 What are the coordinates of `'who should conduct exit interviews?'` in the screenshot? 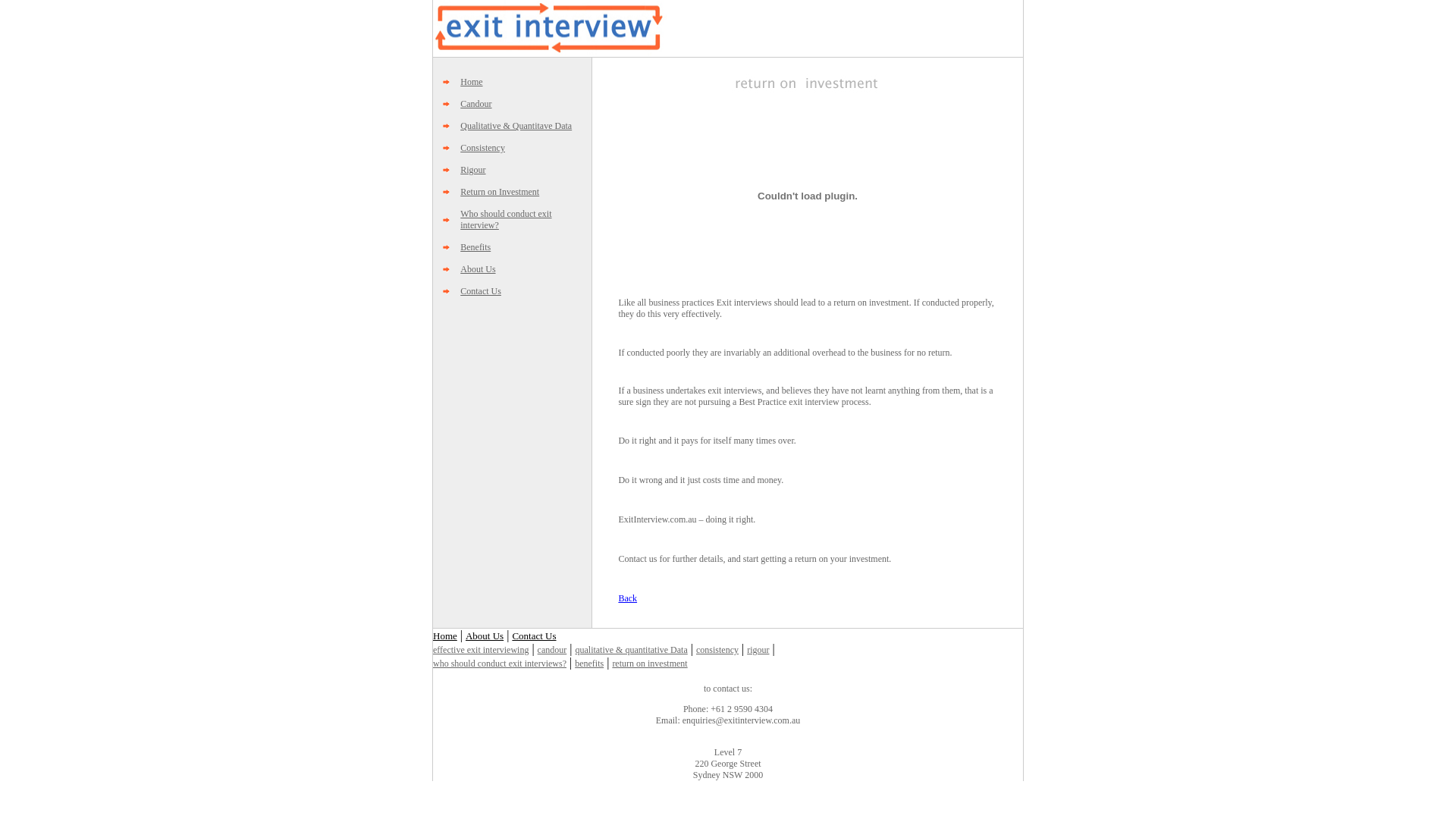 It's located at (499, 663).